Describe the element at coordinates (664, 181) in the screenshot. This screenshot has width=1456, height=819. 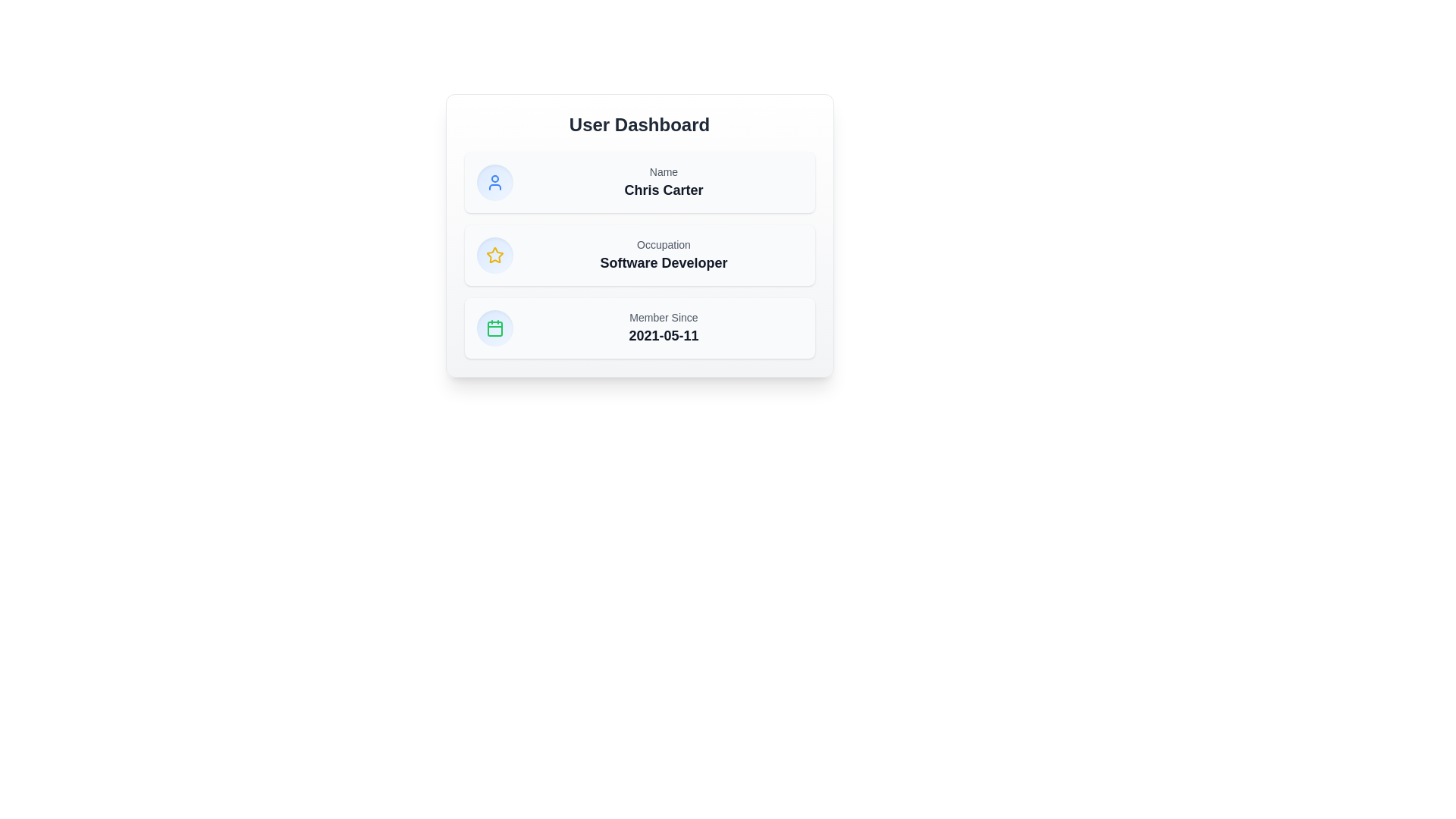
I see `displayed name from the Text display element, which shows the user's name in the User Dashboard UI card, positioned below the user avatar icon` at that location.